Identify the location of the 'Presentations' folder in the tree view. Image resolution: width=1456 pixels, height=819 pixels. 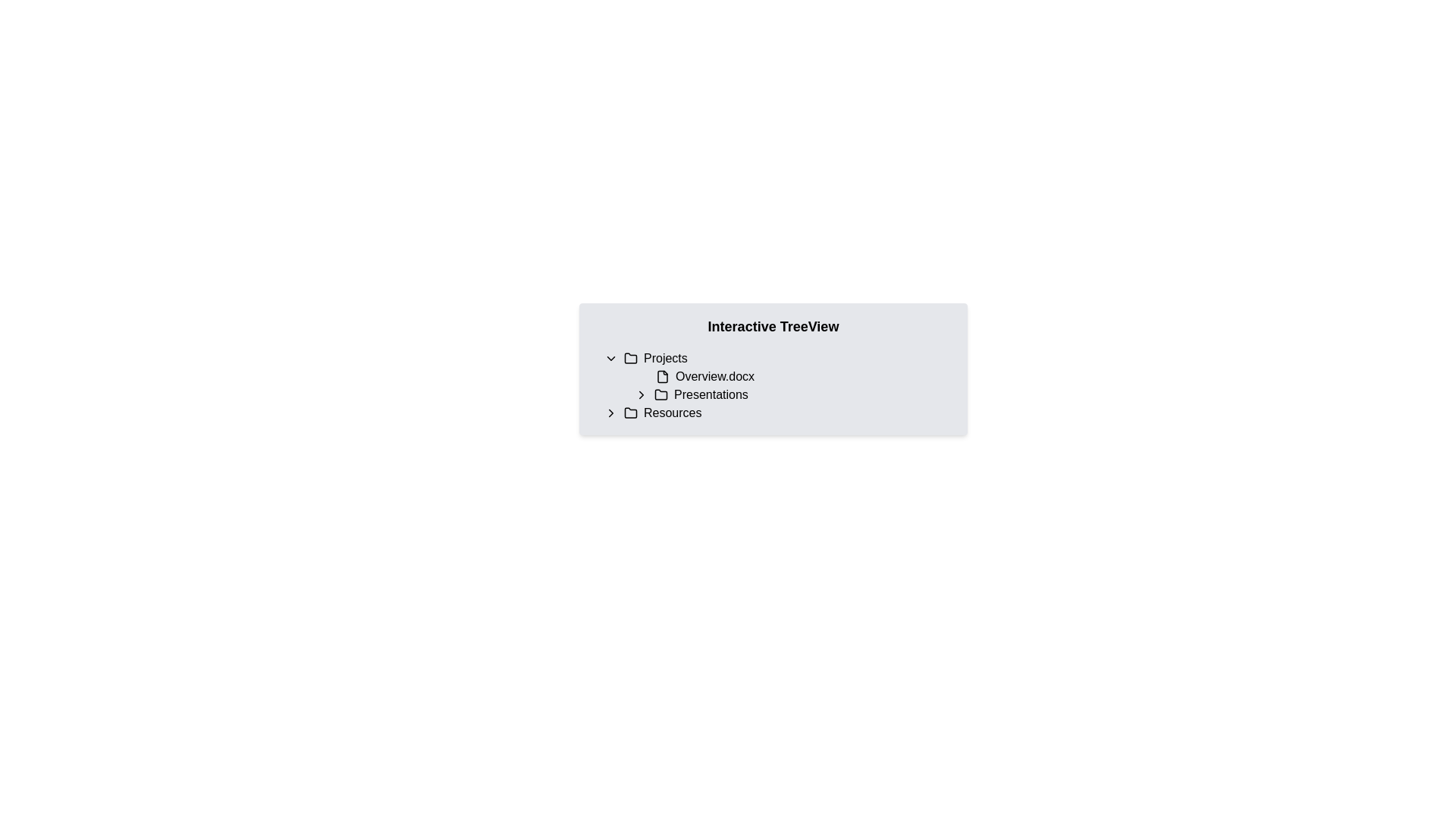
(793, 394).